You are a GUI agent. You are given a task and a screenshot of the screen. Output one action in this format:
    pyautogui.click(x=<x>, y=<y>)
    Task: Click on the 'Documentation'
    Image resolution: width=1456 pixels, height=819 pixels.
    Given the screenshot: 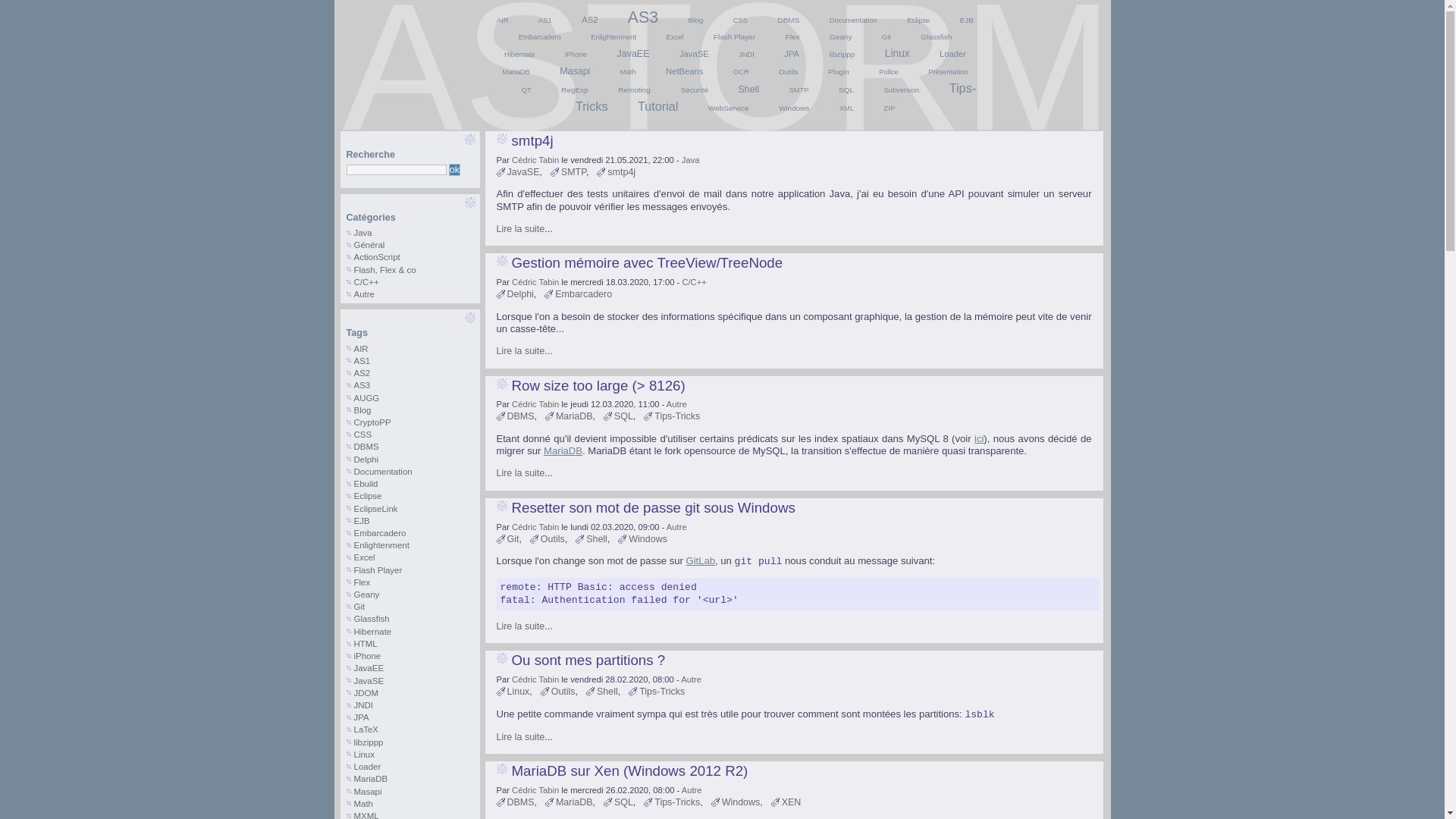 What is the action you would take?
    pyautogui.click(x=382, y=470)
    